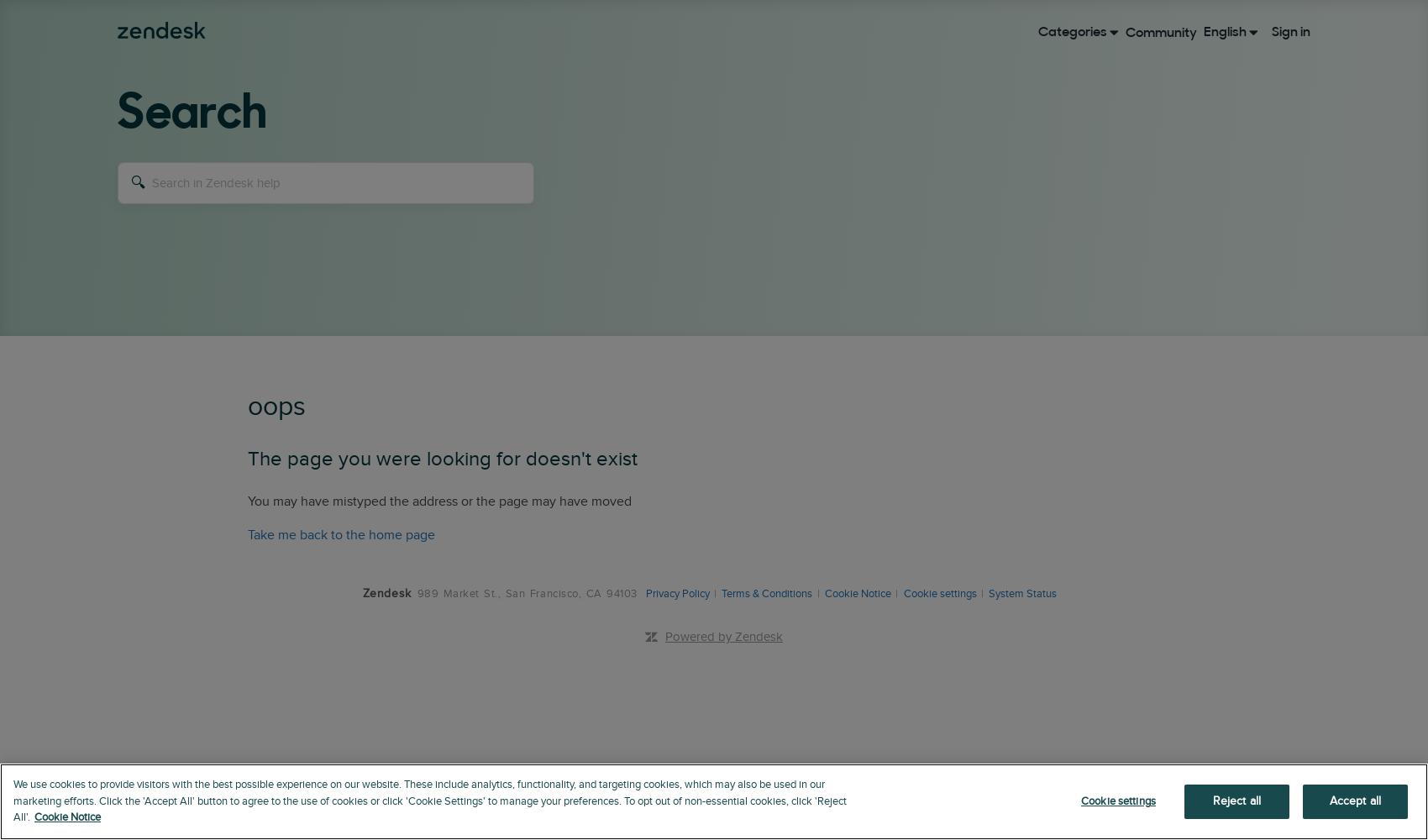 This screenshot has height=840, width=1428. Describe the element at coordinates (767, 593) in the screenshot. I see `'Terms & Conditions'` at that location.